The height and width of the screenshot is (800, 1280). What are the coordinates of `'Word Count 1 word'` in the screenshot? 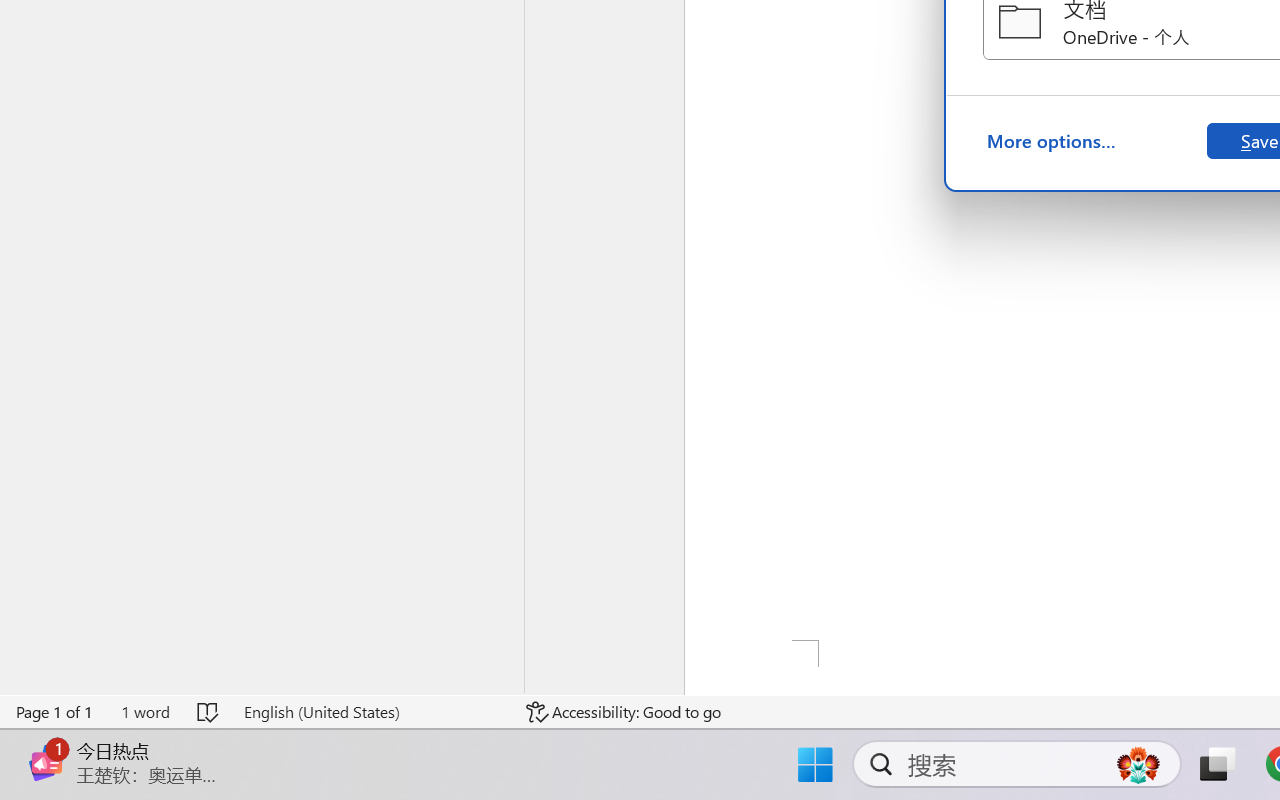 It's located at (144, 711).